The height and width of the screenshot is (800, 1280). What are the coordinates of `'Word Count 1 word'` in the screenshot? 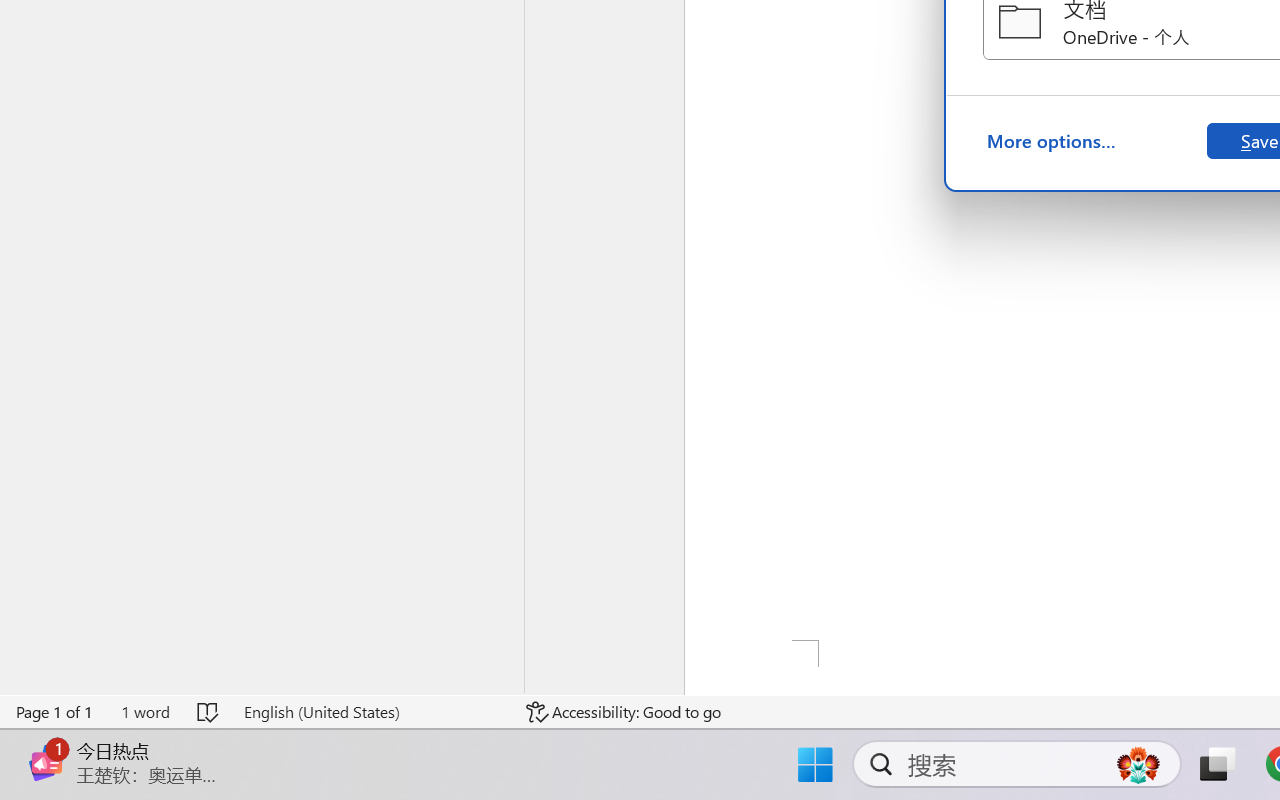 It's located at (144, 711).